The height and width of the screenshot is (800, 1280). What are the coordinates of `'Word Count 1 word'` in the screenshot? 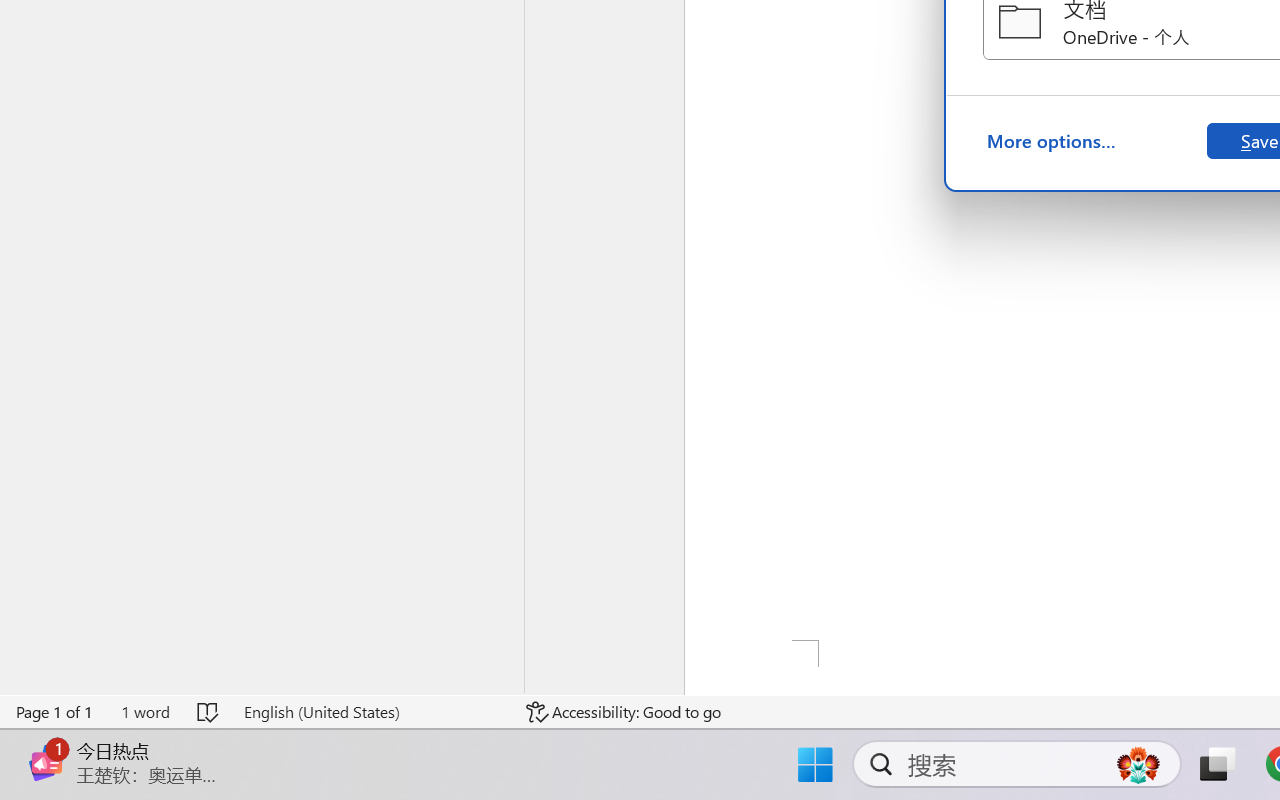 It's located at (144, 711).